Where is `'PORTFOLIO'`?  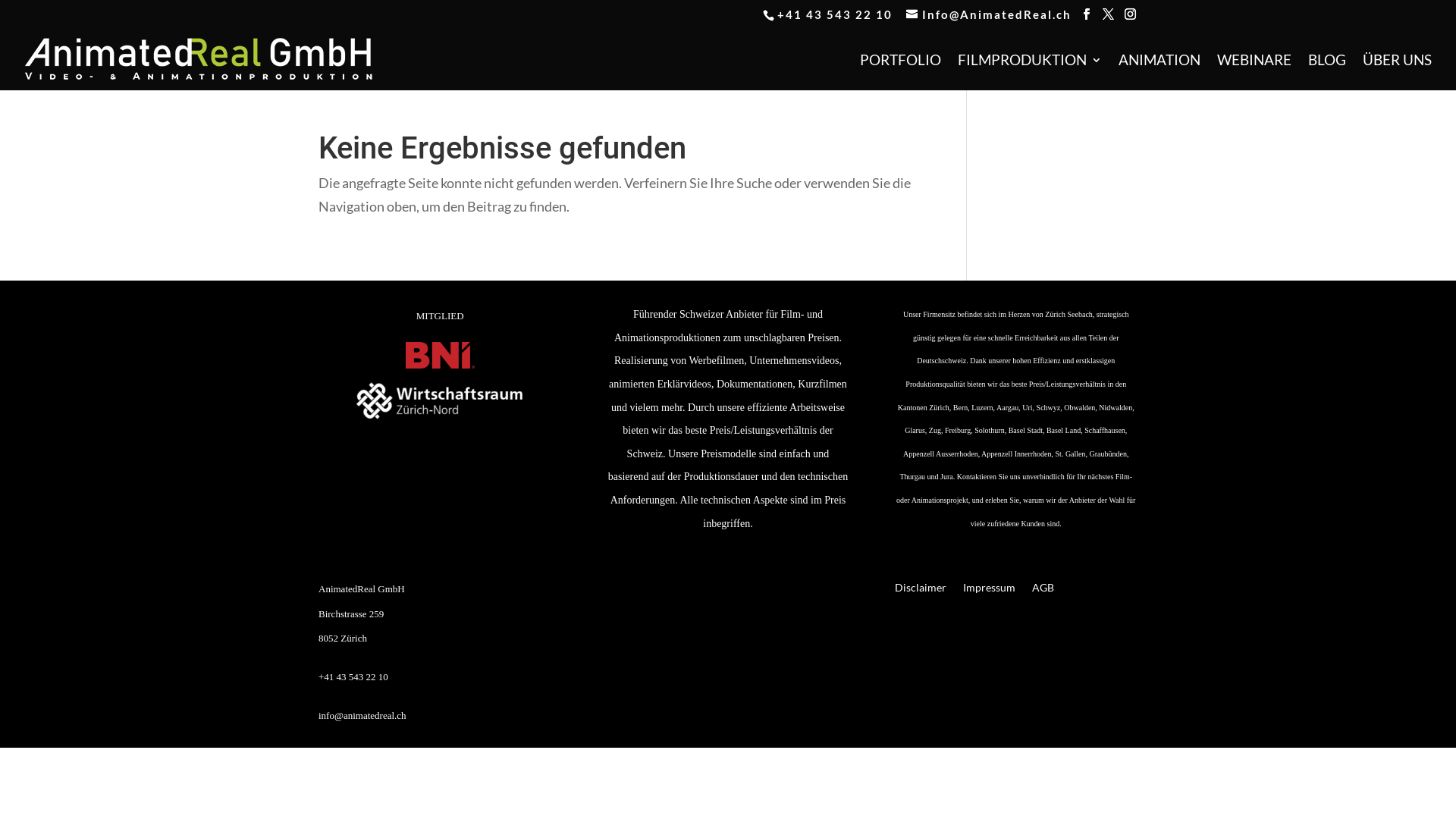
'PORTFOLIO' is located at coordinates (900, 72).